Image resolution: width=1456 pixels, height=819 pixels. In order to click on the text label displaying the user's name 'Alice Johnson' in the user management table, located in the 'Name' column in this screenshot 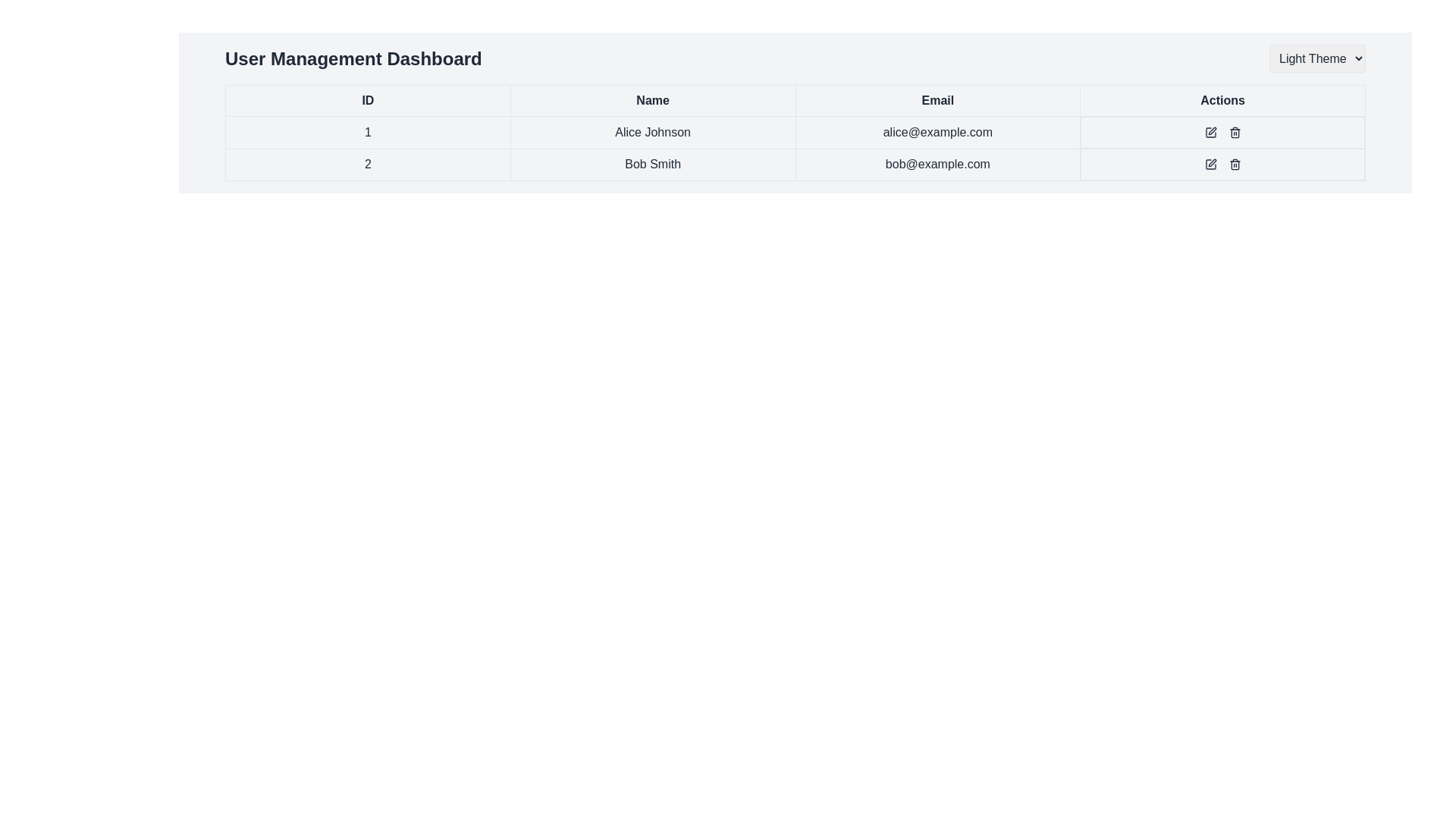, I will do `click(653, 131)`.